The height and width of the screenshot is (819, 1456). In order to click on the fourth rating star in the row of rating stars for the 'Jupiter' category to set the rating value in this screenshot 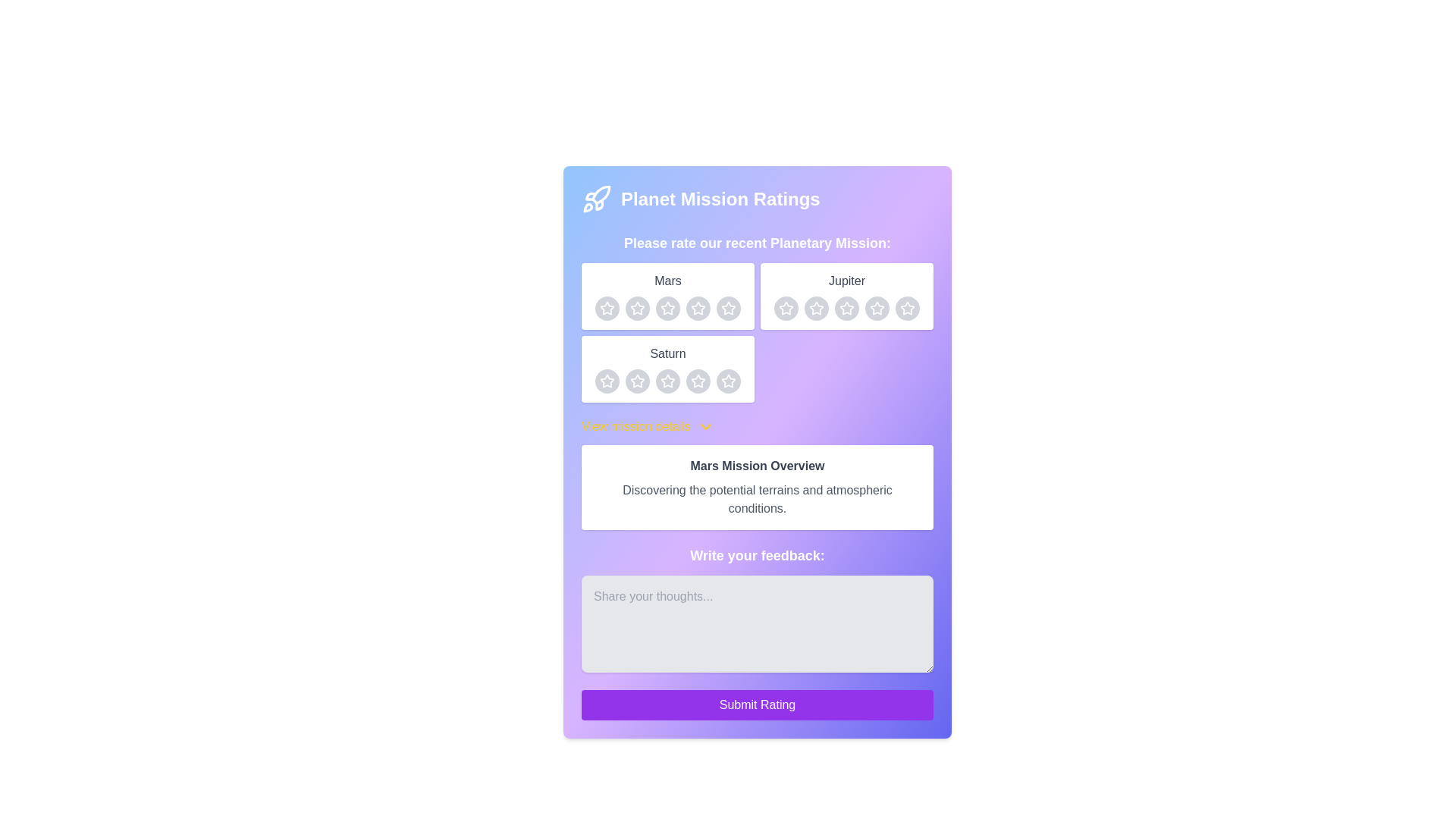, I will do `click(877, 307)`.